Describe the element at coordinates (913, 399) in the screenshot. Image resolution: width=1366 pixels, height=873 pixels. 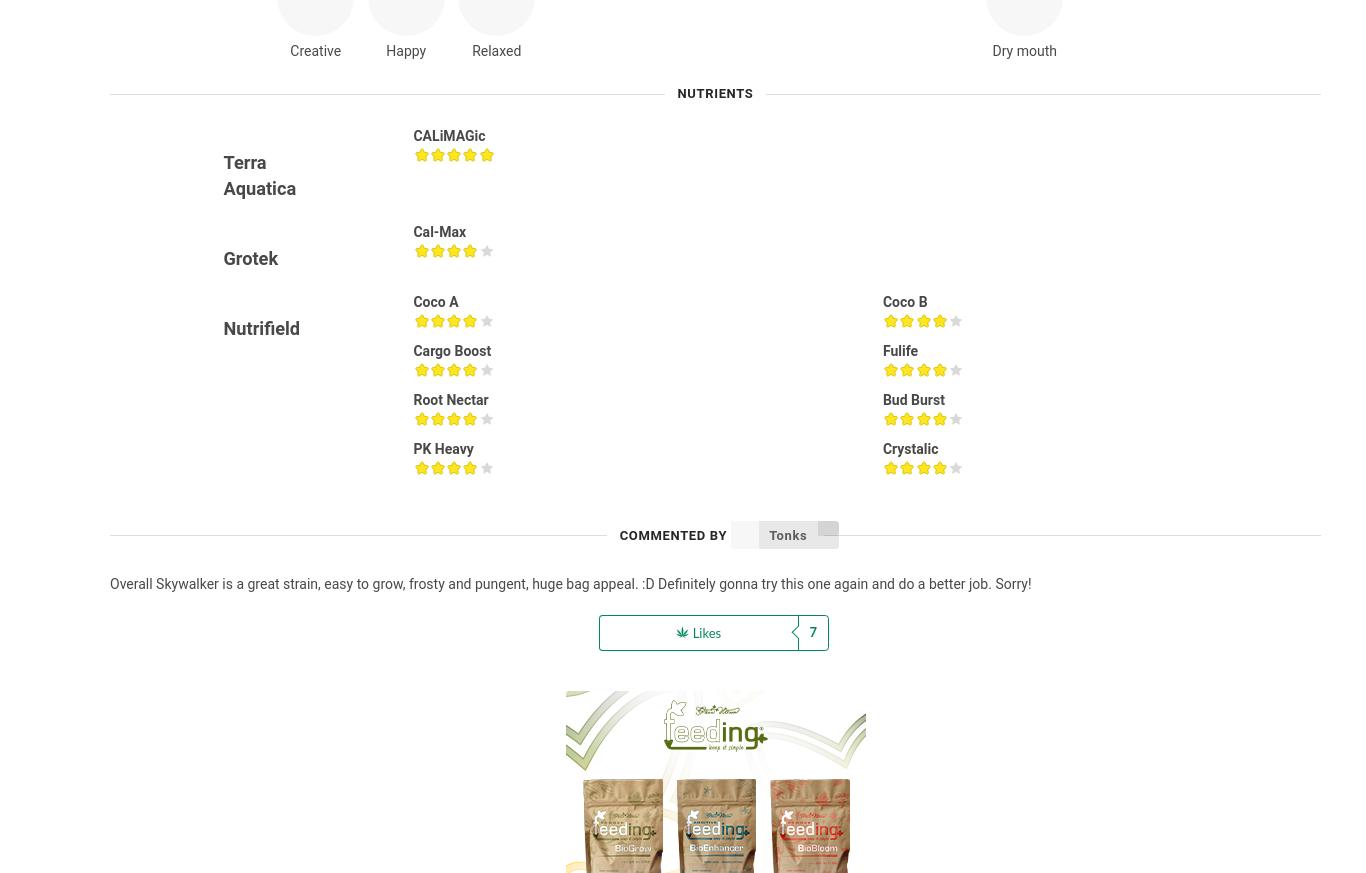
I see `'Bud Burst'` at that location.